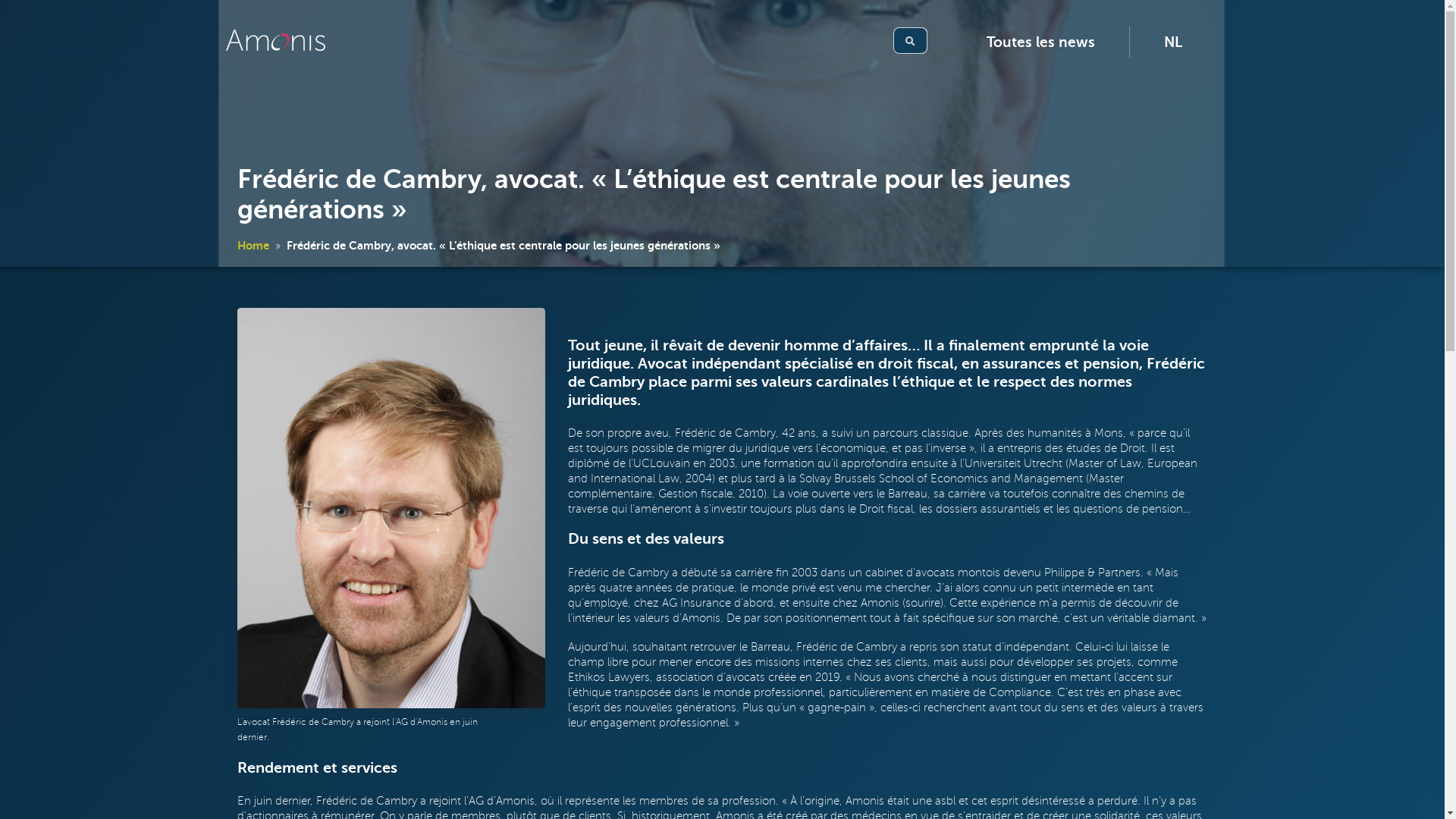 The width and height of the screenshot is (1456, 819). I want to click on 'Search for:', so click(915, 39).